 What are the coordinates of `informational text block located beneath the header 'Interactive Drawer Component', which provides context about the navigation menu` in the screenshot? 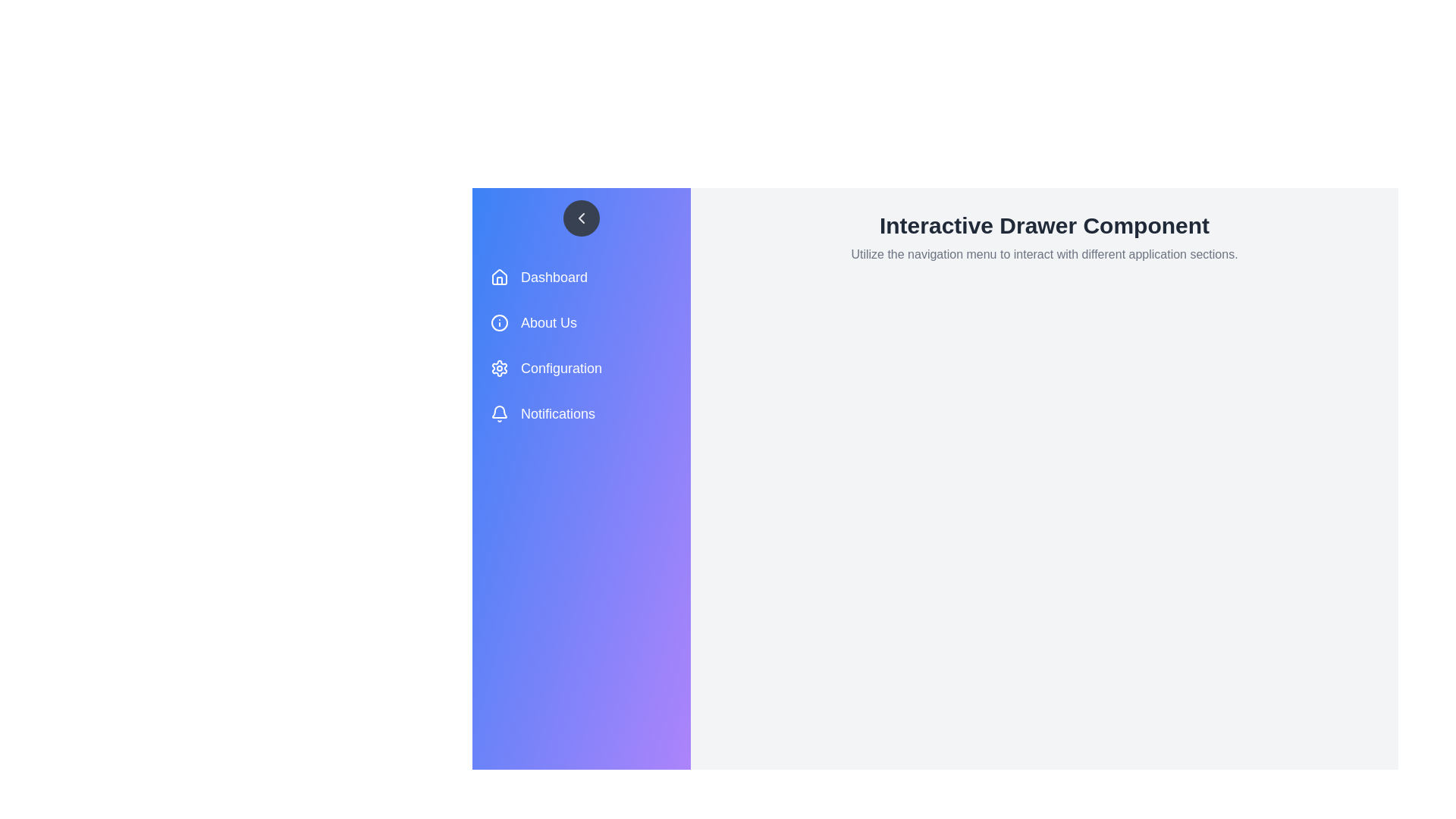 It's located at (1043, 253).